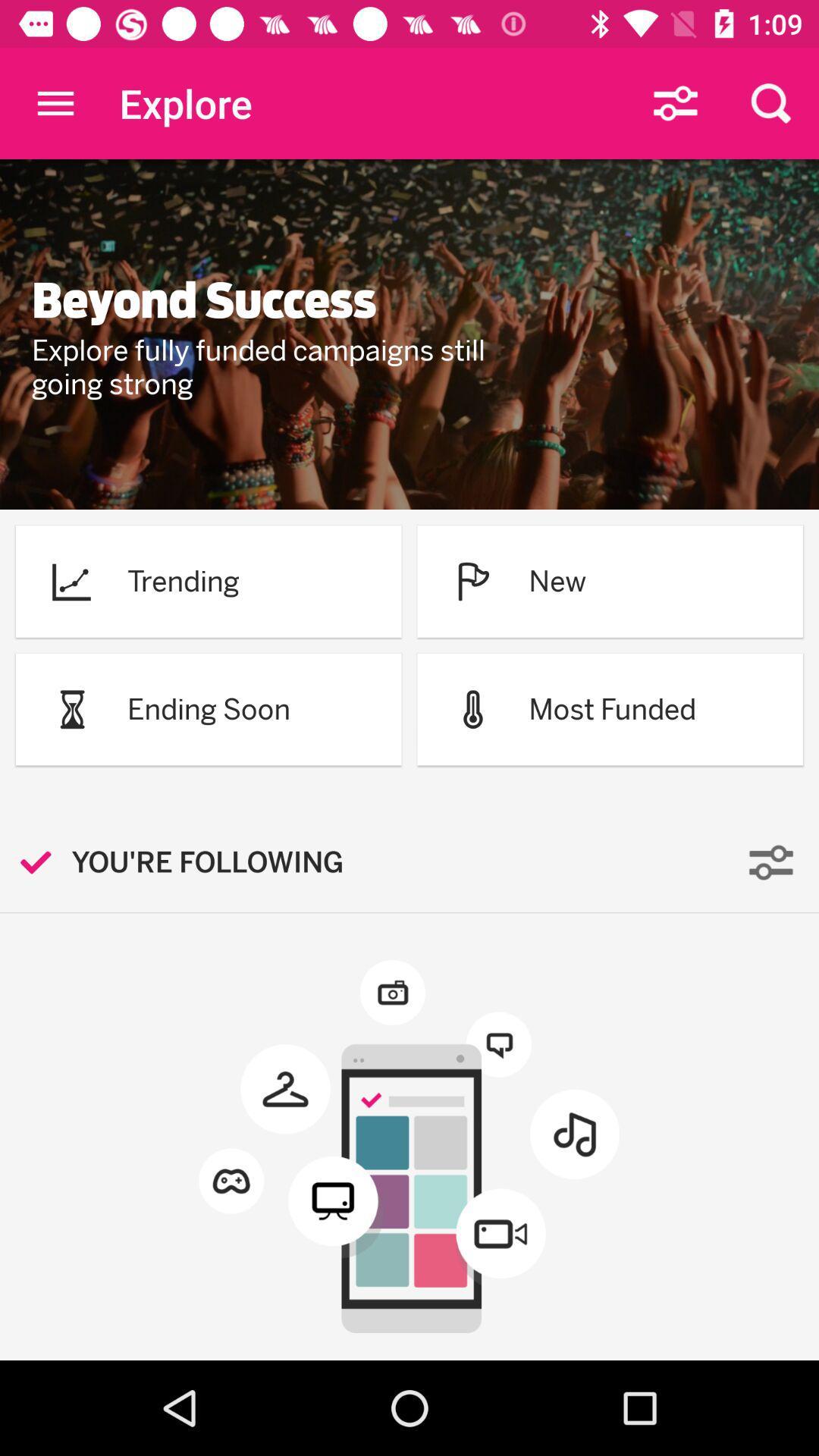 This screenshot has width=819, height=1456. Describe the element at coordinates (71, 708) in the screenshot. I see `the item above the you're following` at that location.